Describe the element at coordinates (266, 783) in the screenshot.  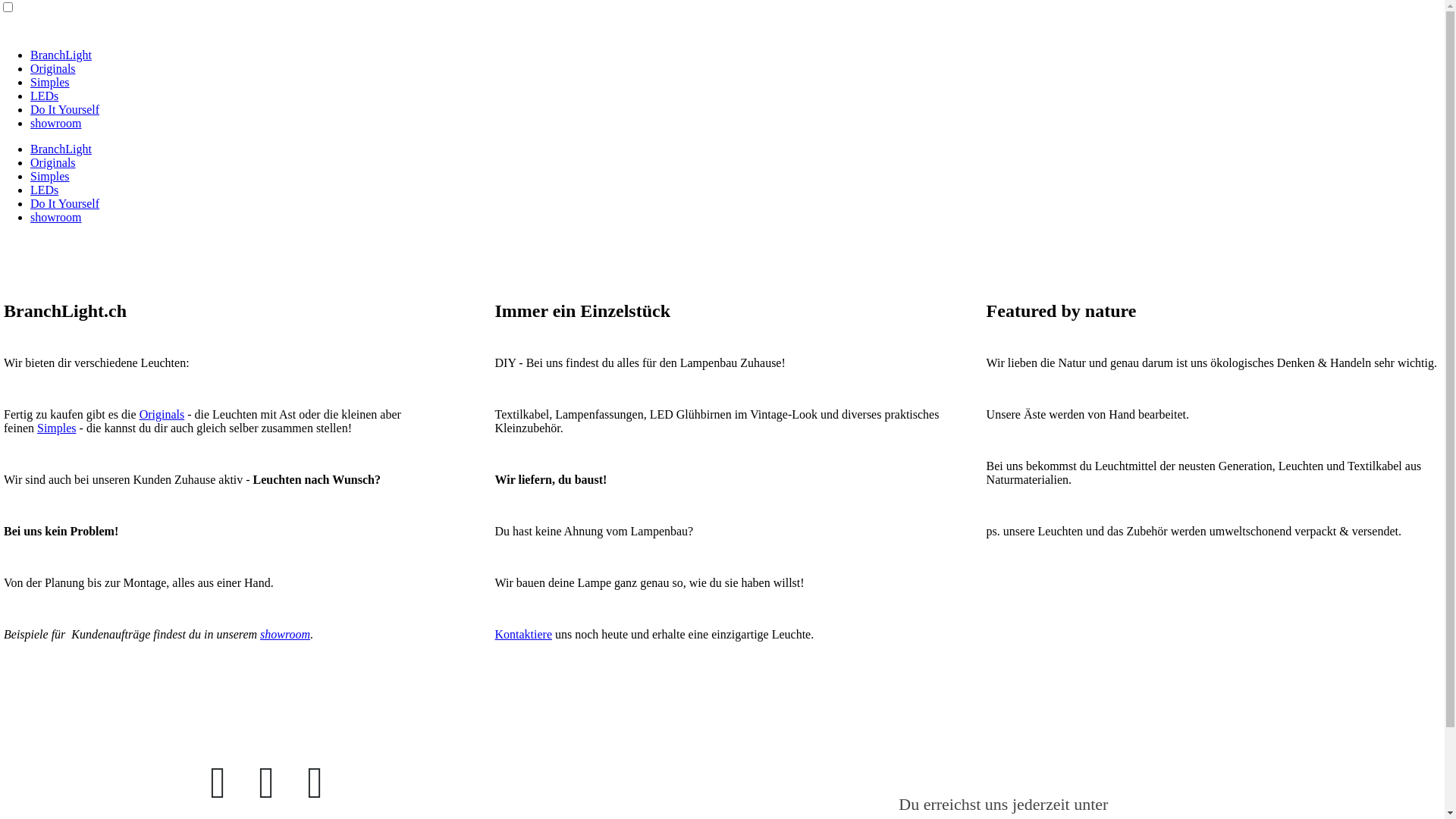
I see `'Twitter'` at that location.